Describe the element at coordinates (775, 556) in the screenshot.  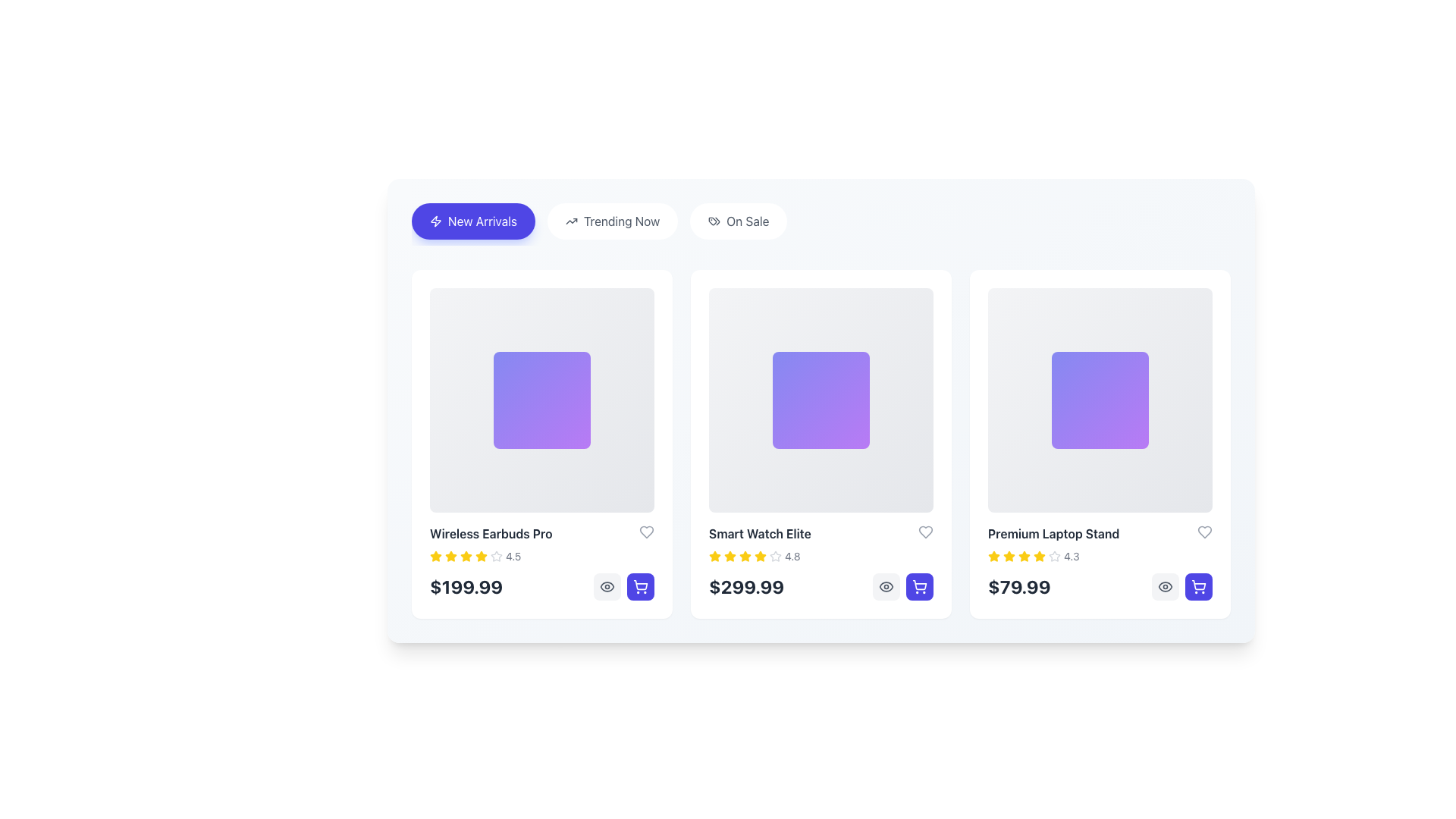
I see `the second star icon in the rating system for 'Smart Watch Elite', which signifies a rating level` at that location.